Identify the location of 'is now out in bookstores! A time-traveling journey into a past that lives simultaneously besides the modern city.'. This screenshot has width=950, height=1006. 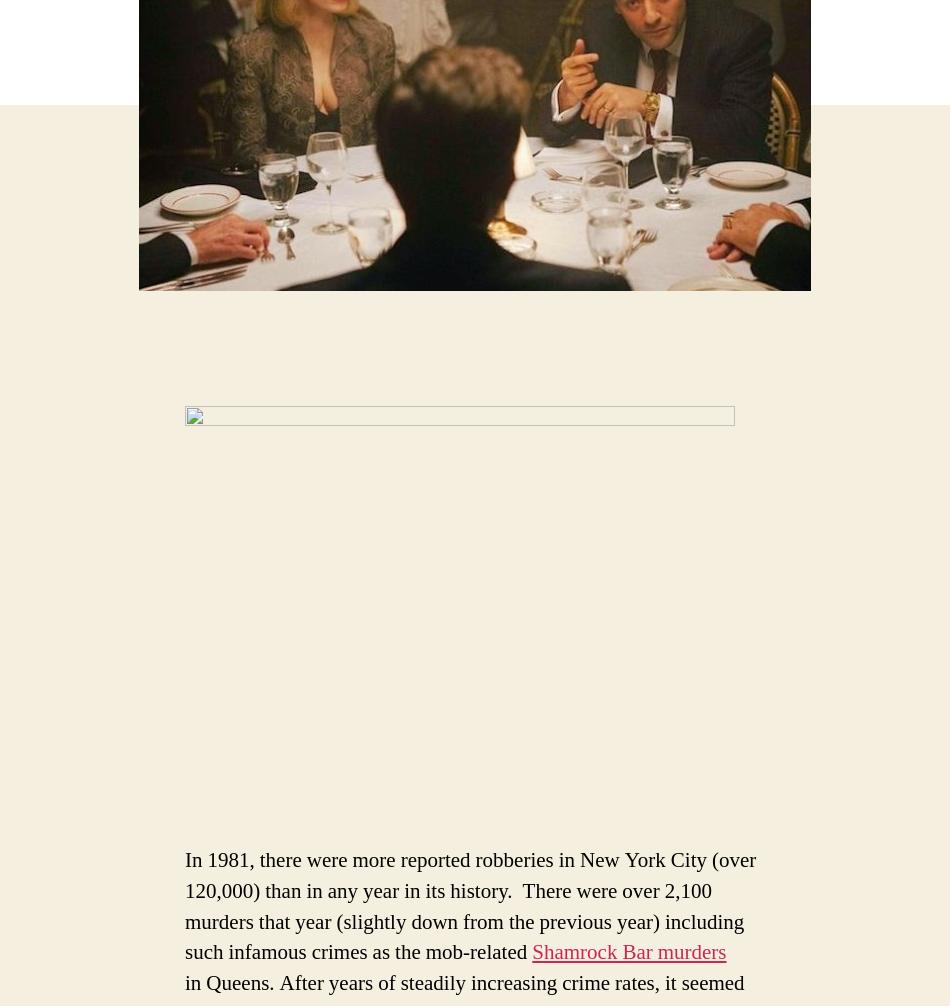
(691, 845).